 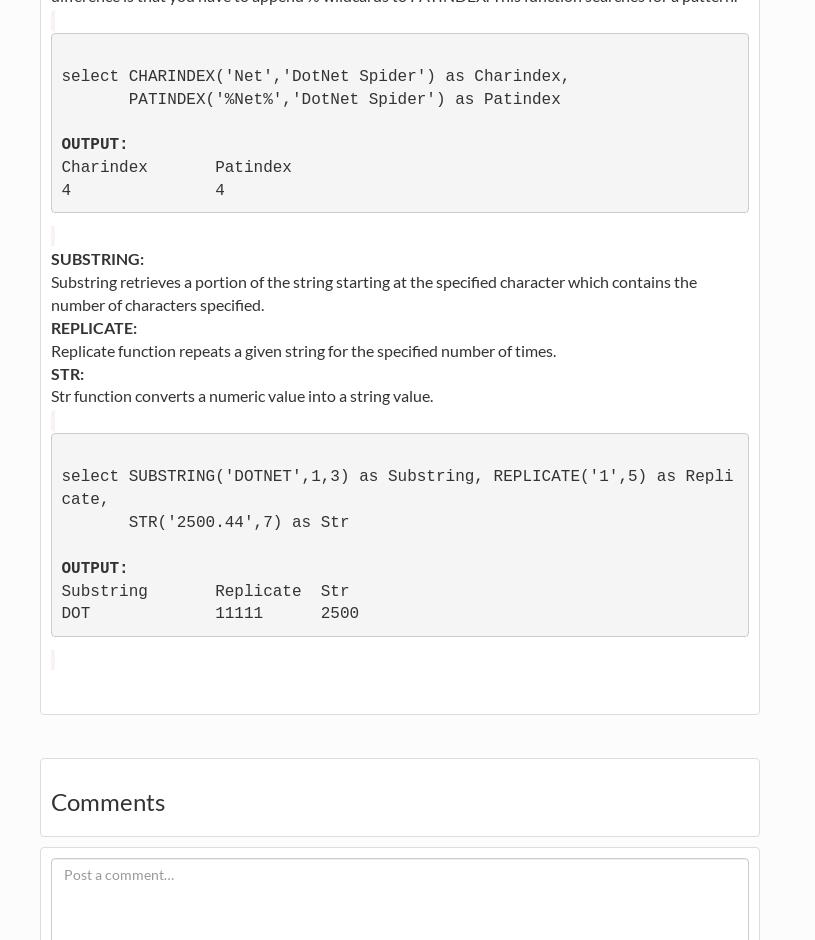 What do you see at coordinates (50, 395) in the screenshot?
I see `'Str function converts a numeric value into a string value.'` at bounding box center [50, 395].